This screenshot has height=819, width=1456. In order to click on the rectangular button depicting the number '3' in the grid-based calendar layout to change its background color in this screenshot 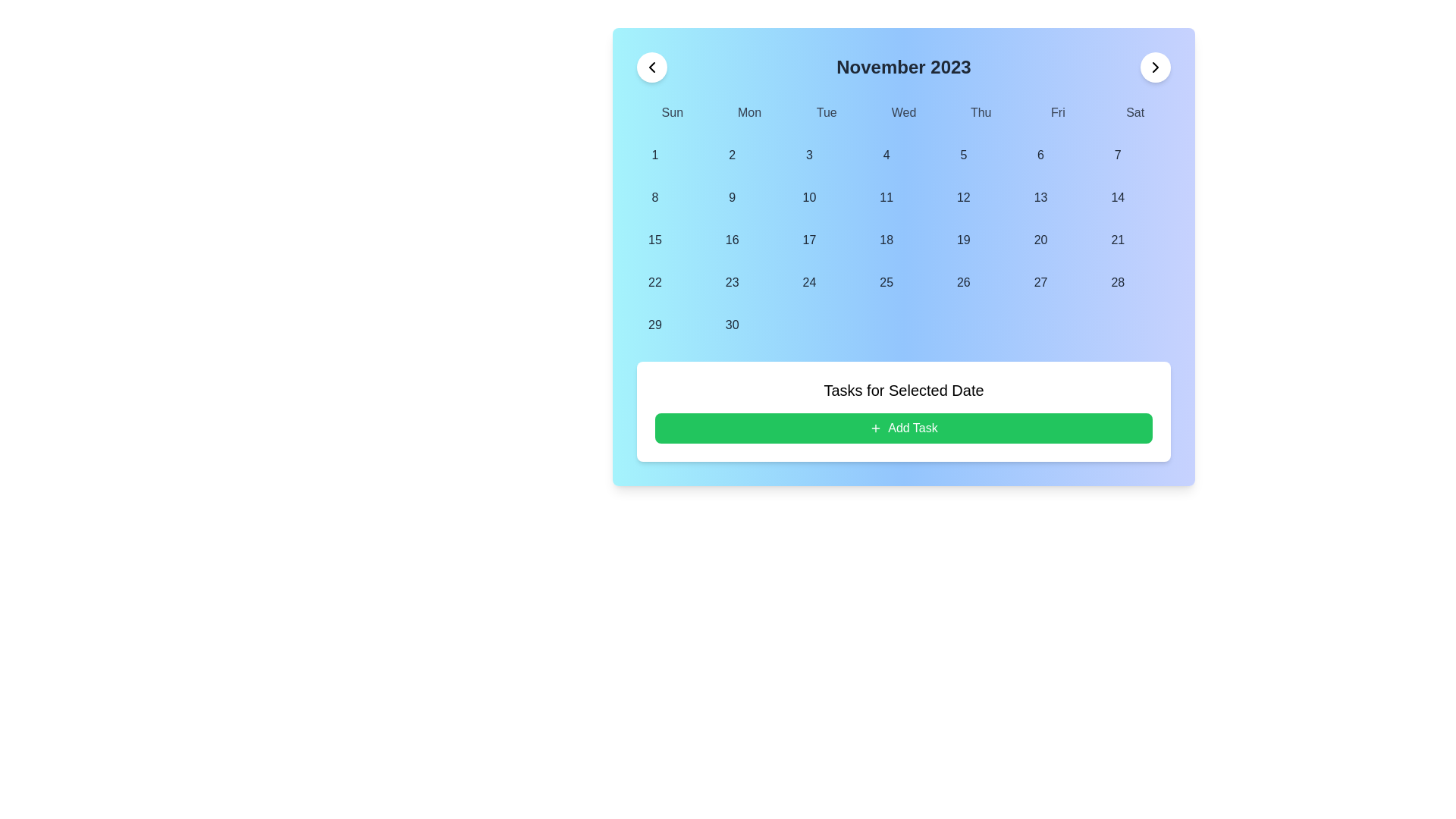, I will do `click(808, 155)`.